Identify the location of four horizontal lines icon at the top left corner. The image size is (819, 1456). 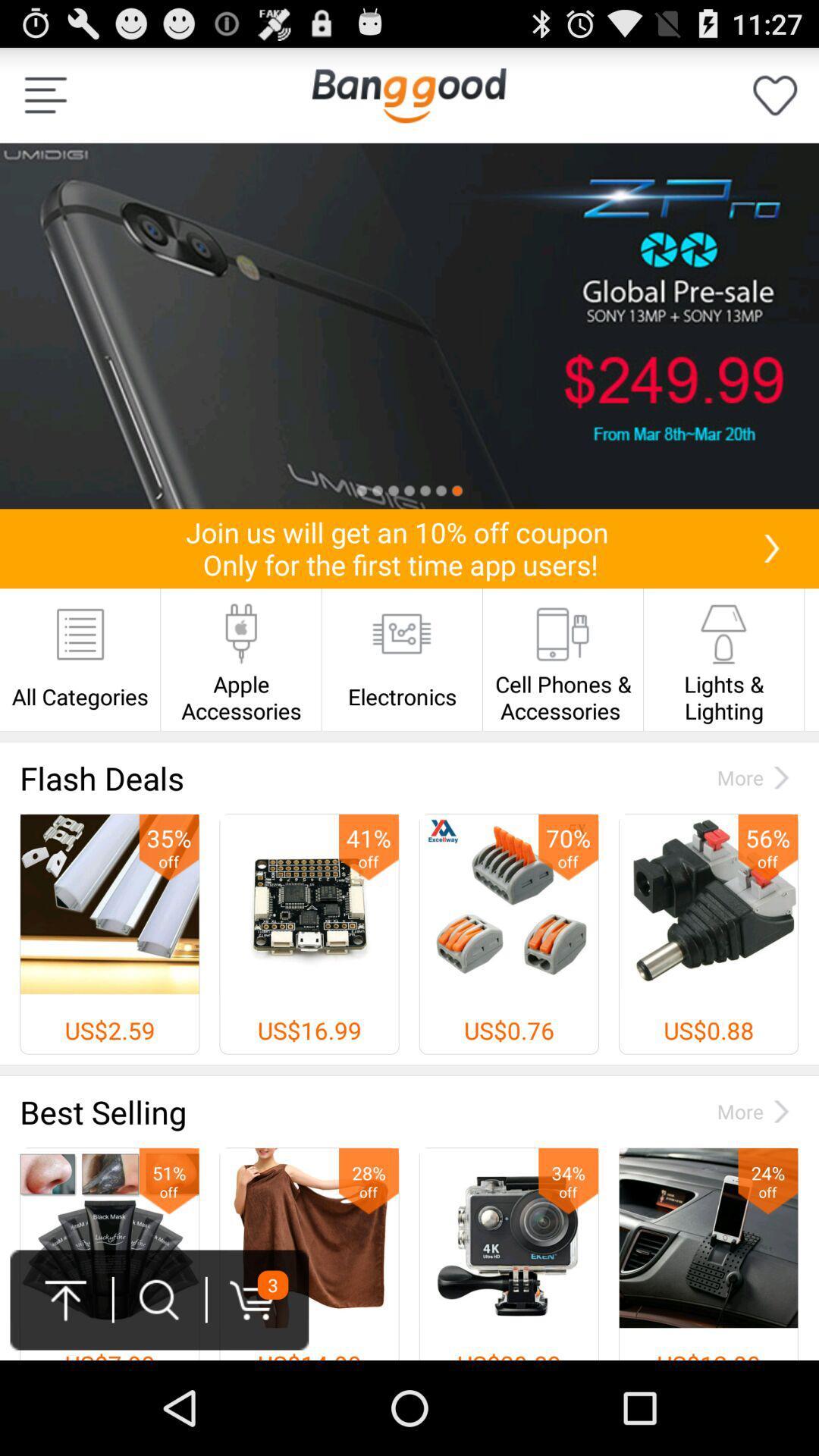
(45, 94).